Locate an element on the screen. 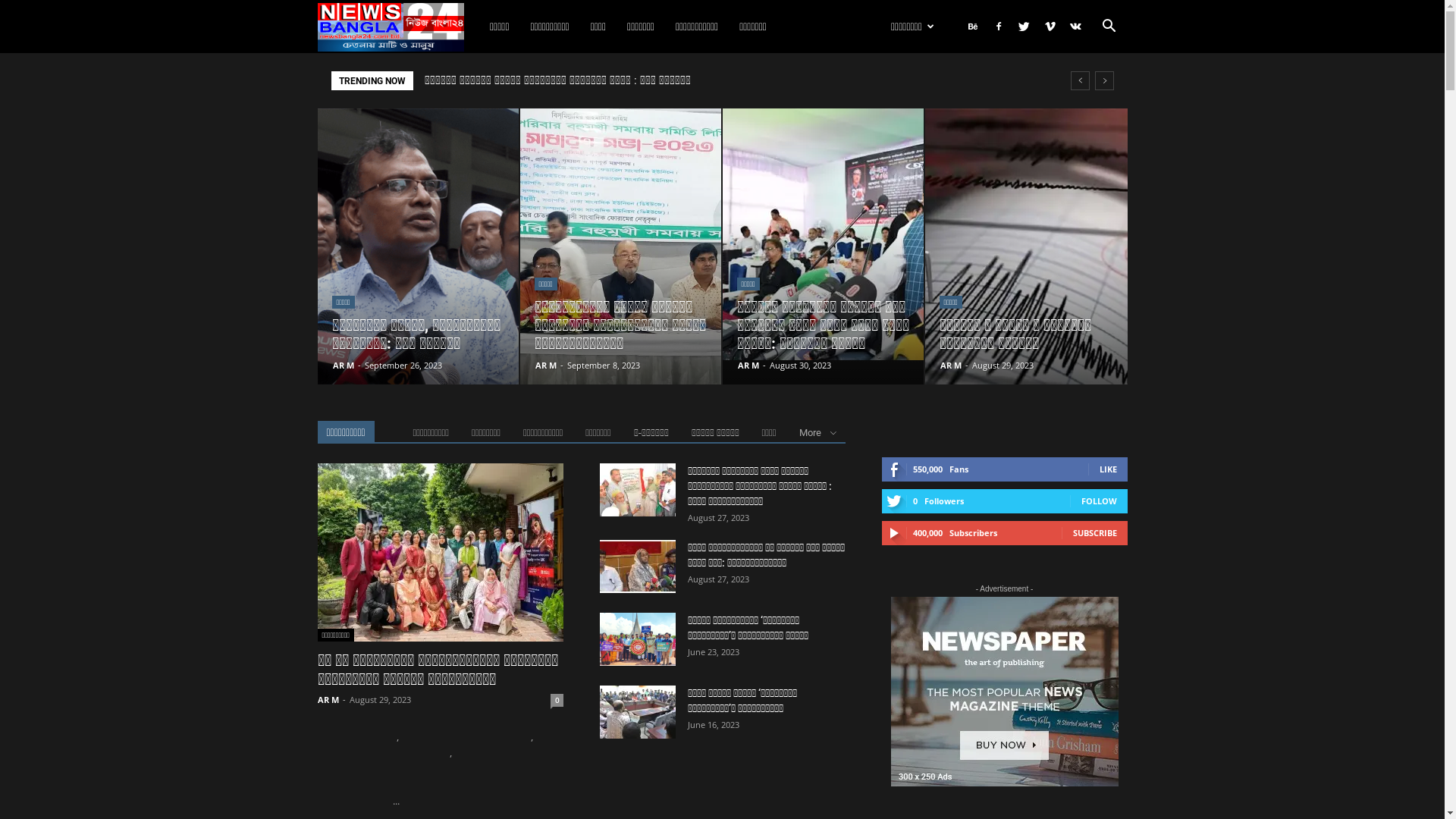  'Facebook' is located at coordinates (998, 26).